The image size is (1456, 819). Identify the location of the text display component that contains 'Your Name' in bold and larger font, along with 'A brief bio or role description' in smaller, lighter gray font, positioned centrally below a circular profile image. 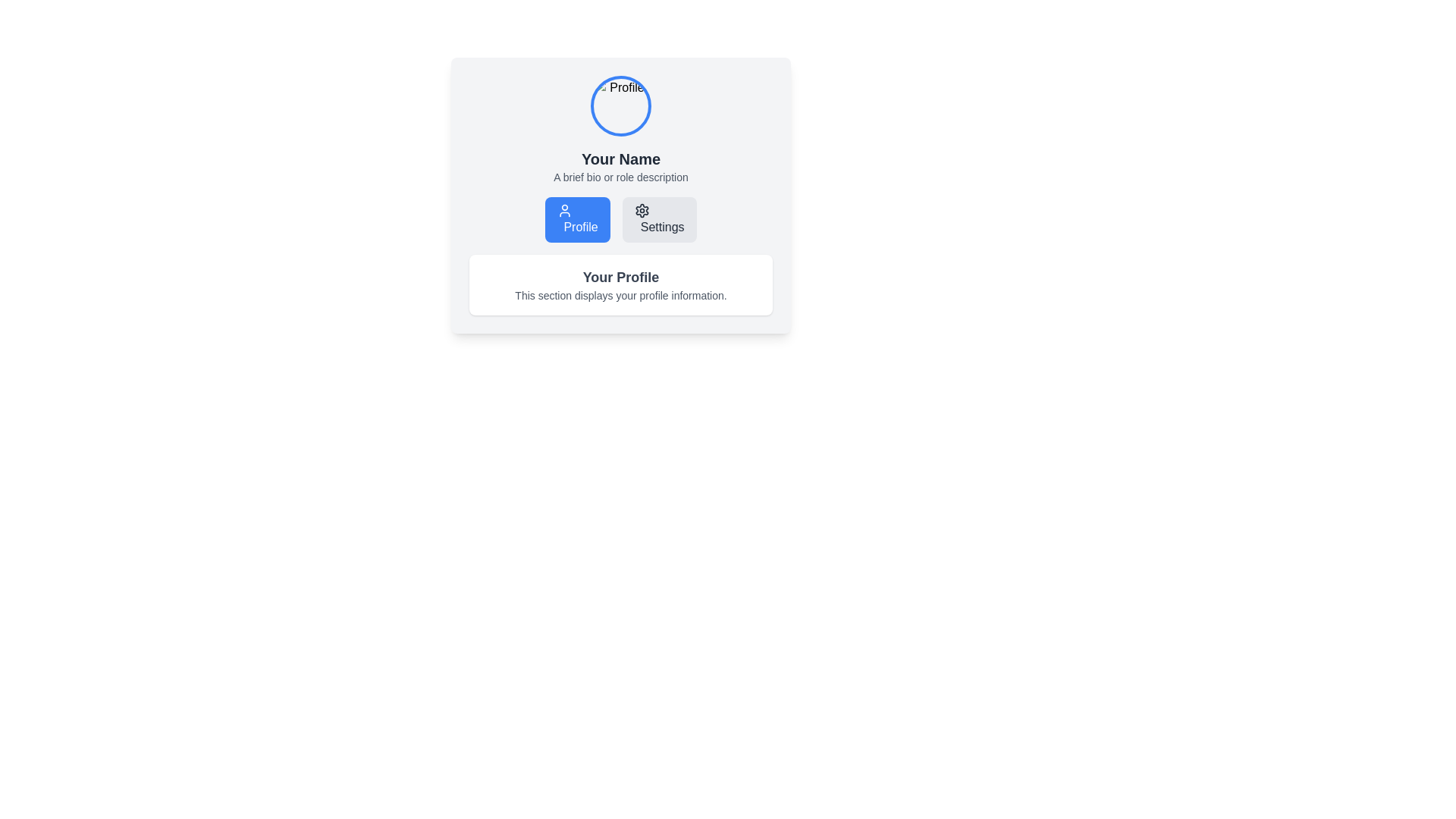
(621, 166).